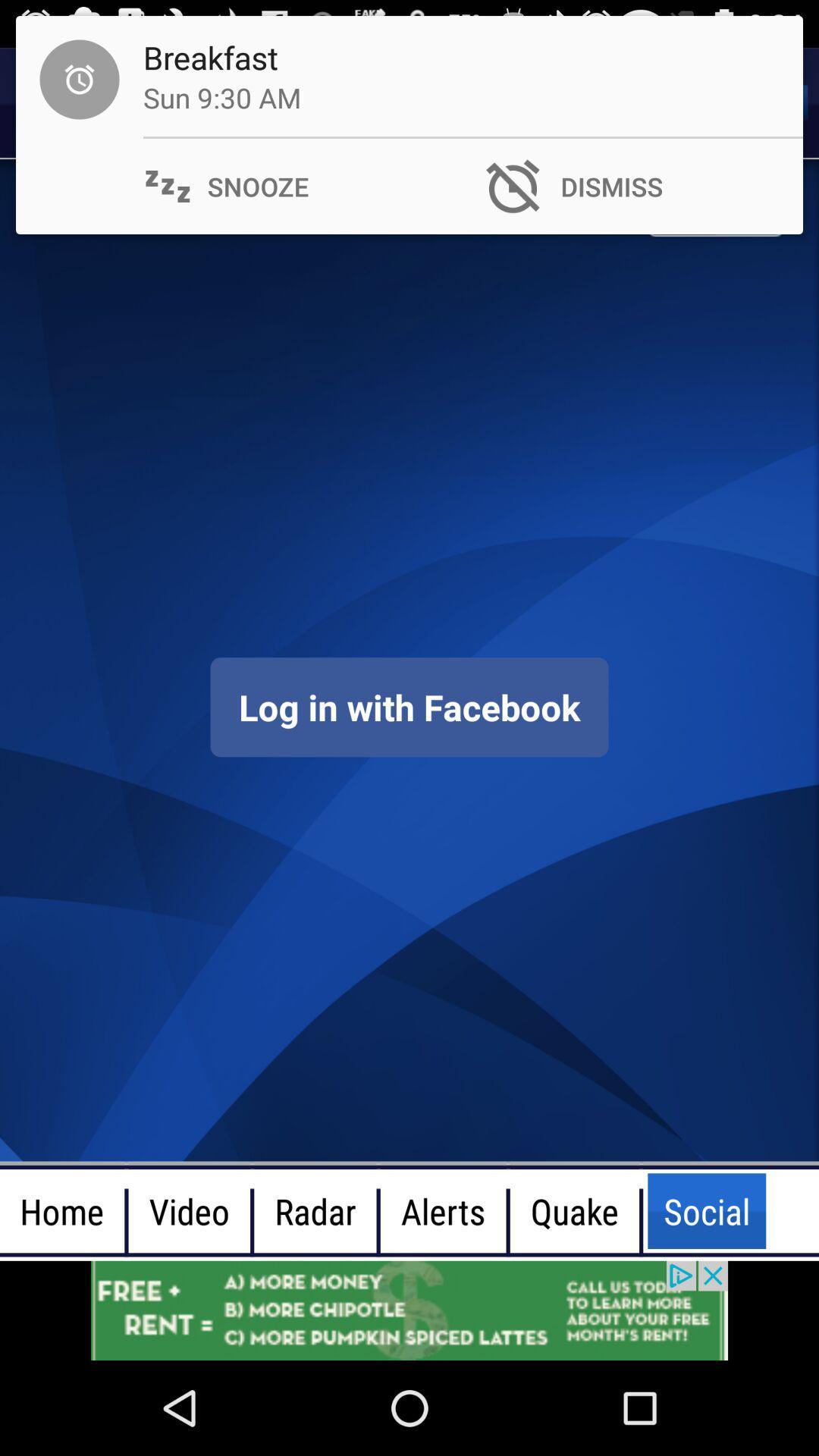 Image resolution: width=819 pixels, height=1456 pixels. I want to click on the time icon, so click(55, 102).